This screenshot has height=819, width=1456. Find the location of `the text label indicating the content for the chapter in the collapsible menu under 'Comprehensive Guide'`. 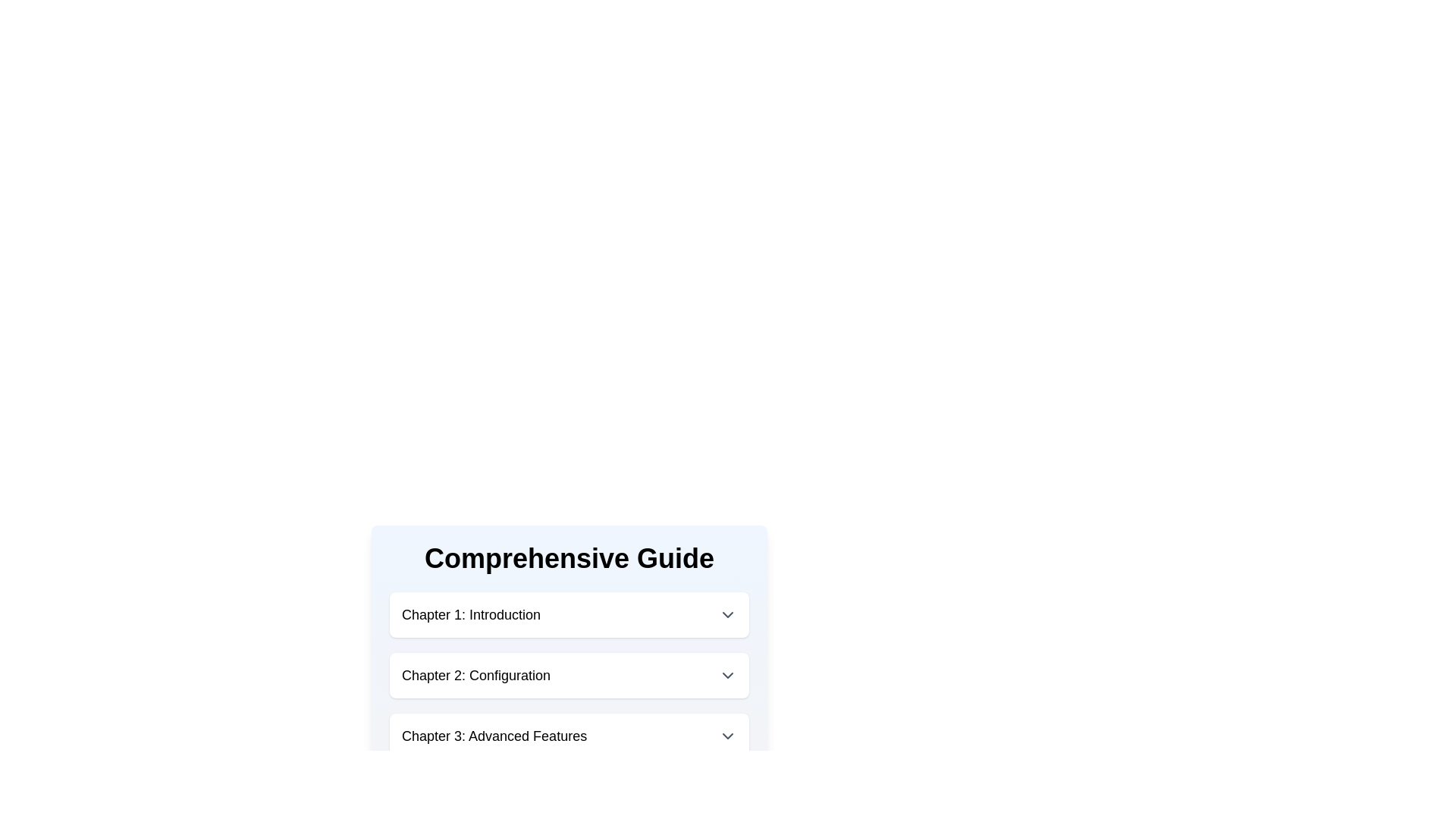

the text label indicating the content for the chapter in the collapsible menu under 'Comprehensive Guide' is located at coordinates (494, 736).